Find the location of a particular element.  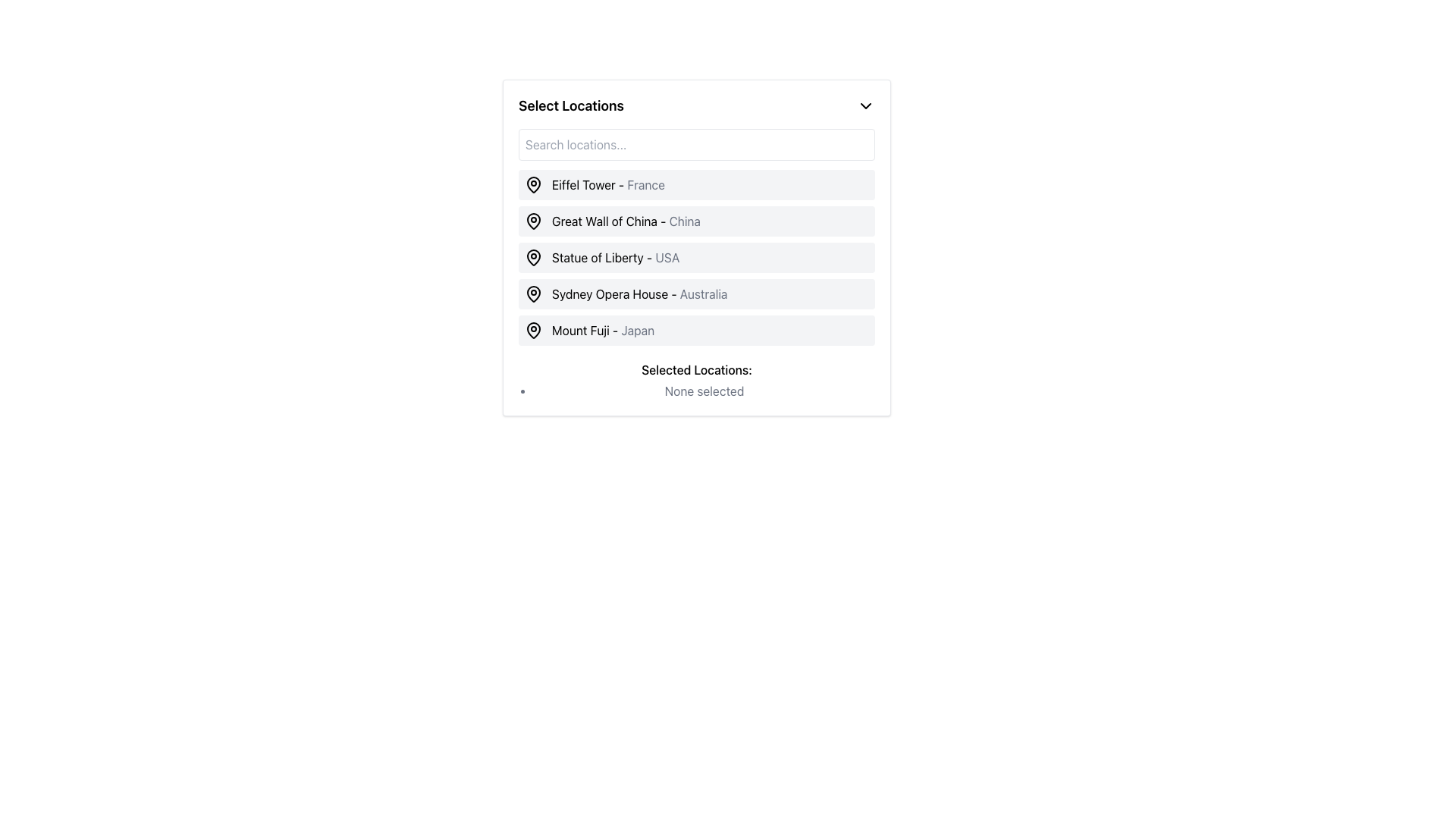

the selectable list item labeled 'Eiffel Tower - France' which is the first item under the 'Select Locations' heading is located at coordinates (594, 184).